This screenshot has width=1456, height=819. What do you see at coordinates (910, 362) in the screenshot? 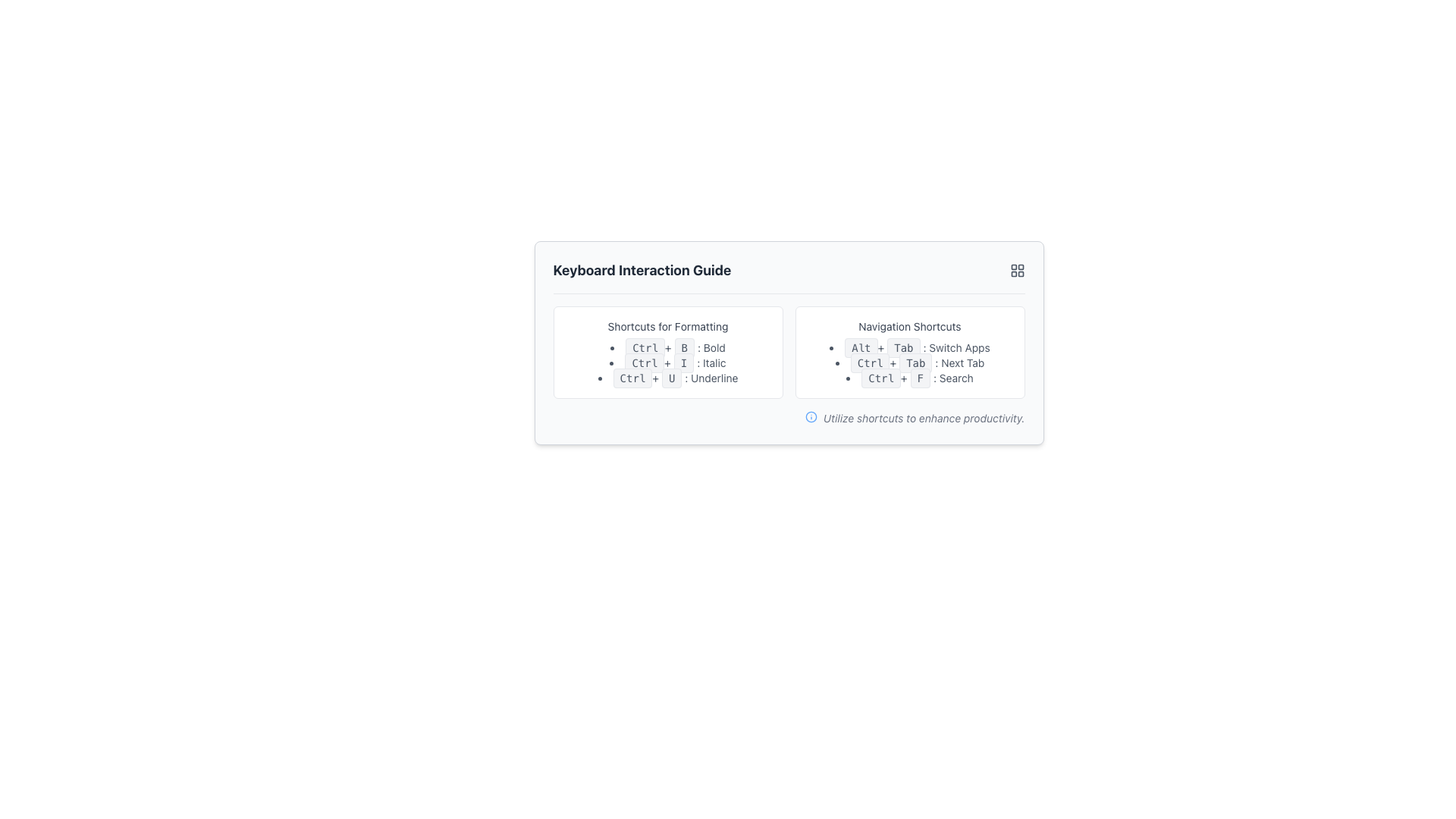
I see `the static text element displaying 'Ctrl+Tab: Next Tab' in the Navigation Shortcuts panel, which is the second item in the list of keyboard shortcuts` at bounding box center [910, 362].